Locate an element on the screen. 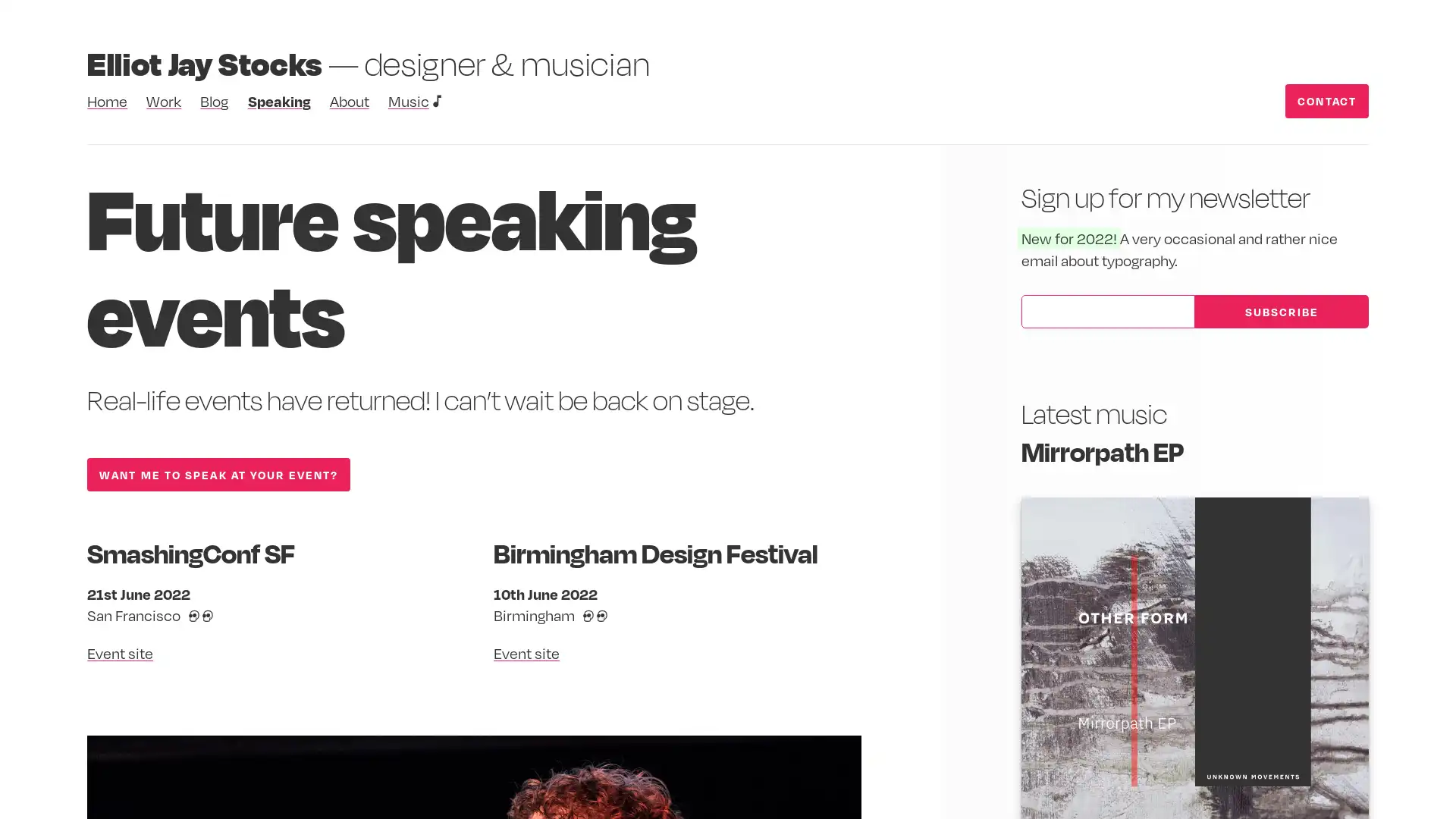 The width and height of the screenshot is (1456, 819). Subscribe is located at coordinates (1280, 310).